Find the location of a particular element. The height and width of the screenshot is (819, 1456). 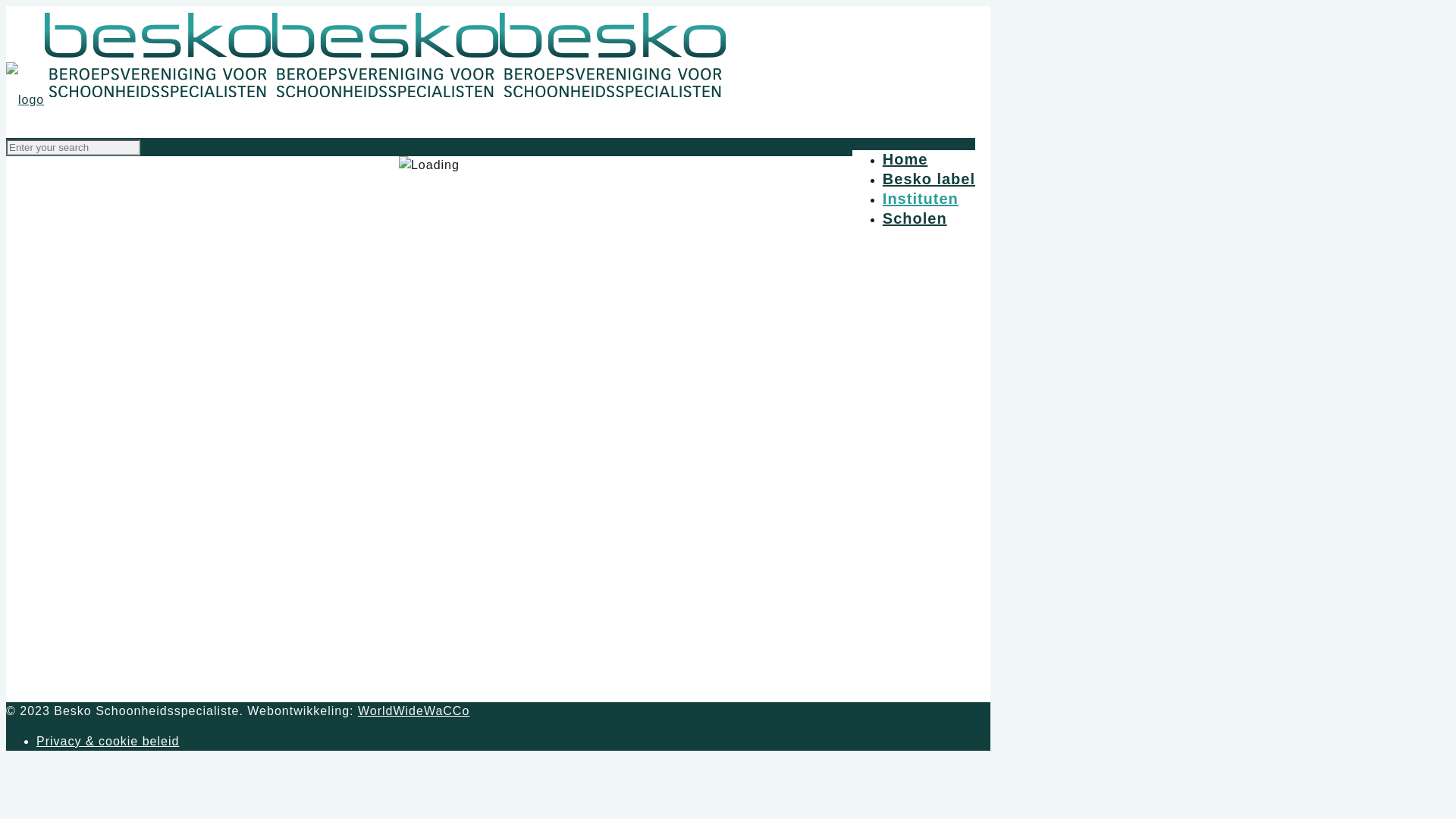

'Besko Schoonheidsspecialiste' is located at coordinates (6, 99).